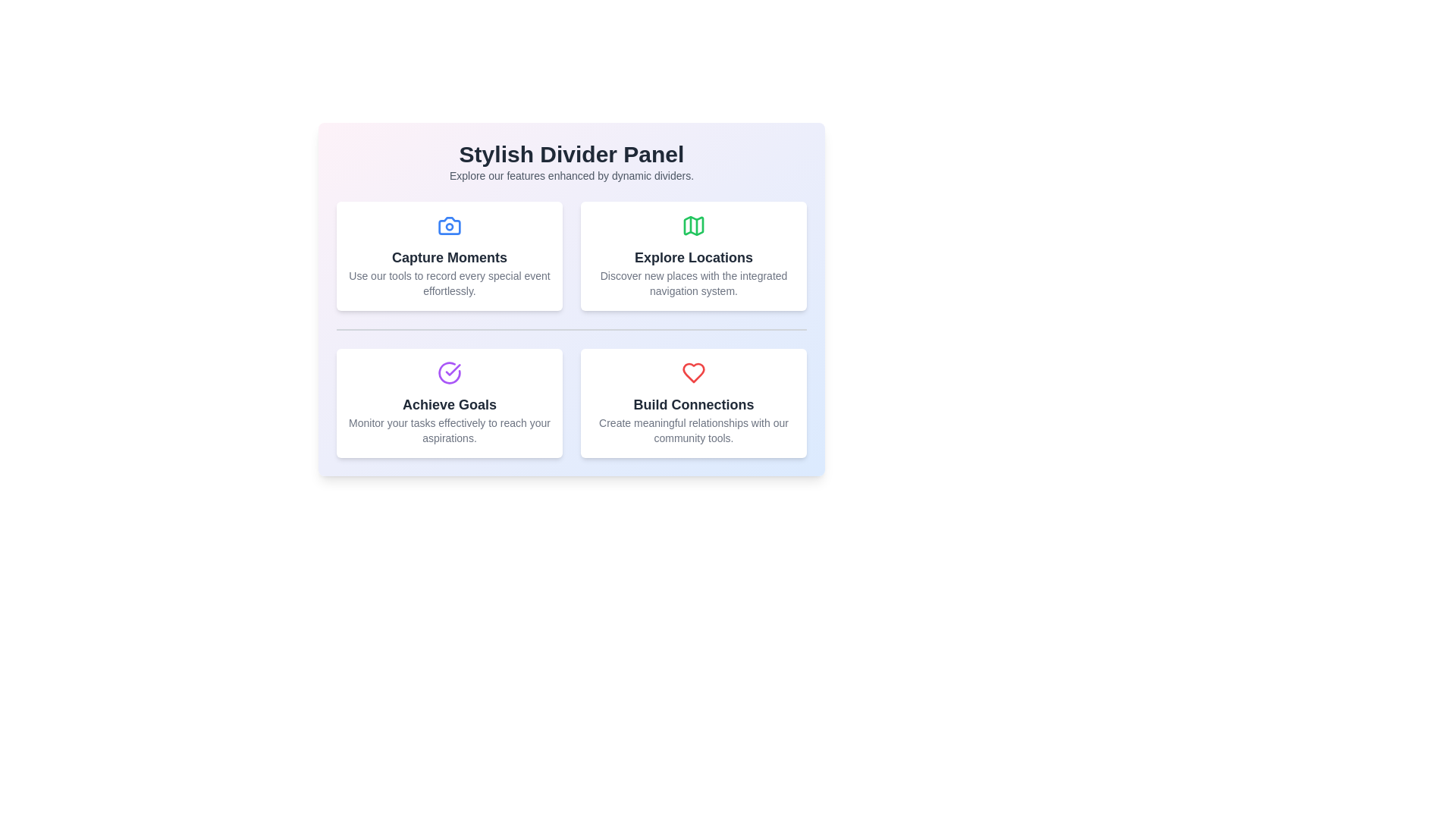  I want to click on the Informational Panel, which serves as an informational card located in the second row and first column of a grid layout, below 'Capture Moments' and to the left of 'Build Connections', so click(449, 403).